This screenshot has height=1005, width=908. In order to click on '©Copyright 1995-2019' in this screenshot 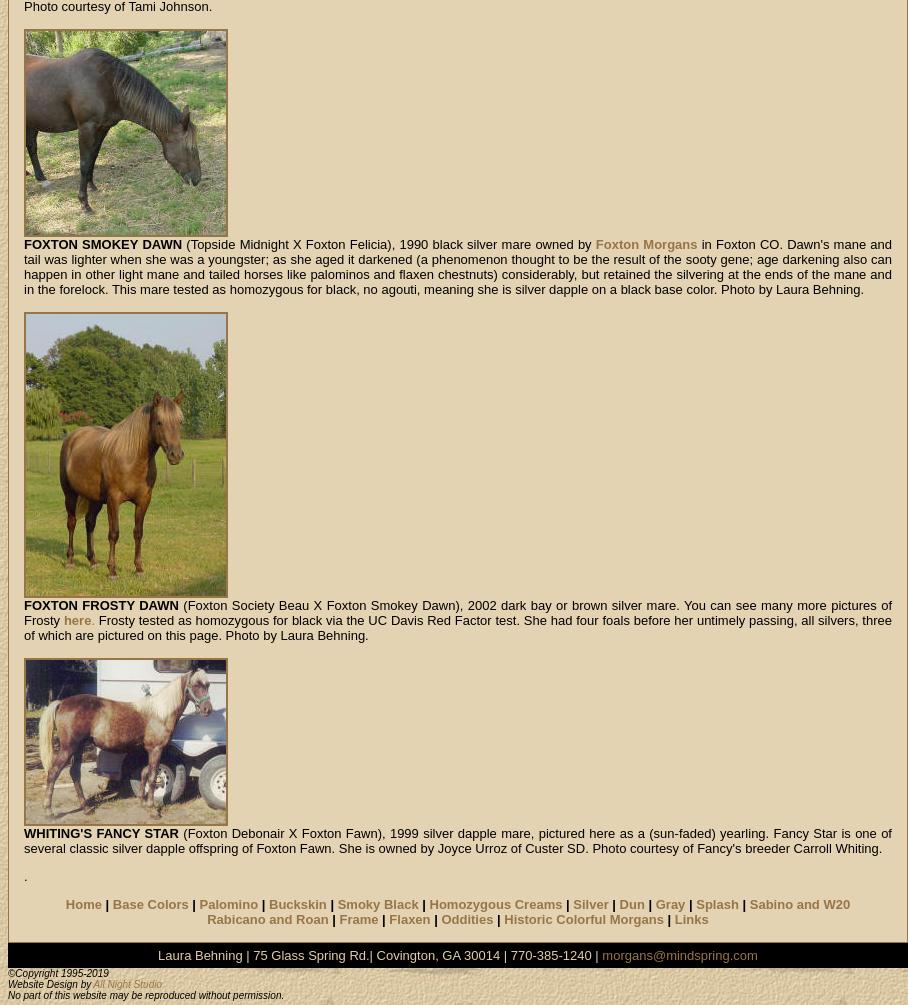, I will do `click(58, 972)`.